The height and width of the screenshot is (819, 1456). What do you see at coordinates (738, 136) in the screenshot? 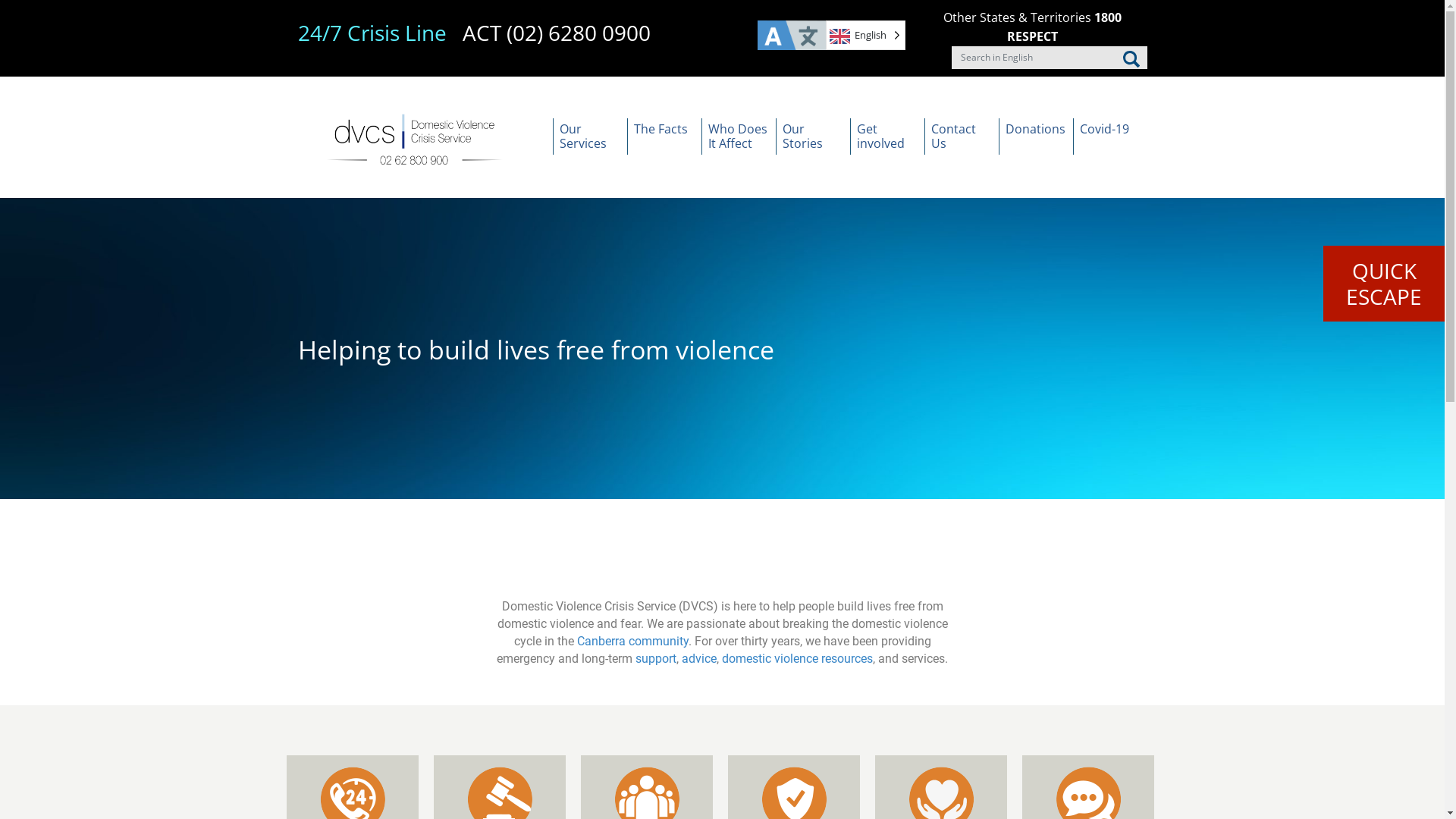
I see `'Who Does It Affect'` at bounding box center [738, 136].